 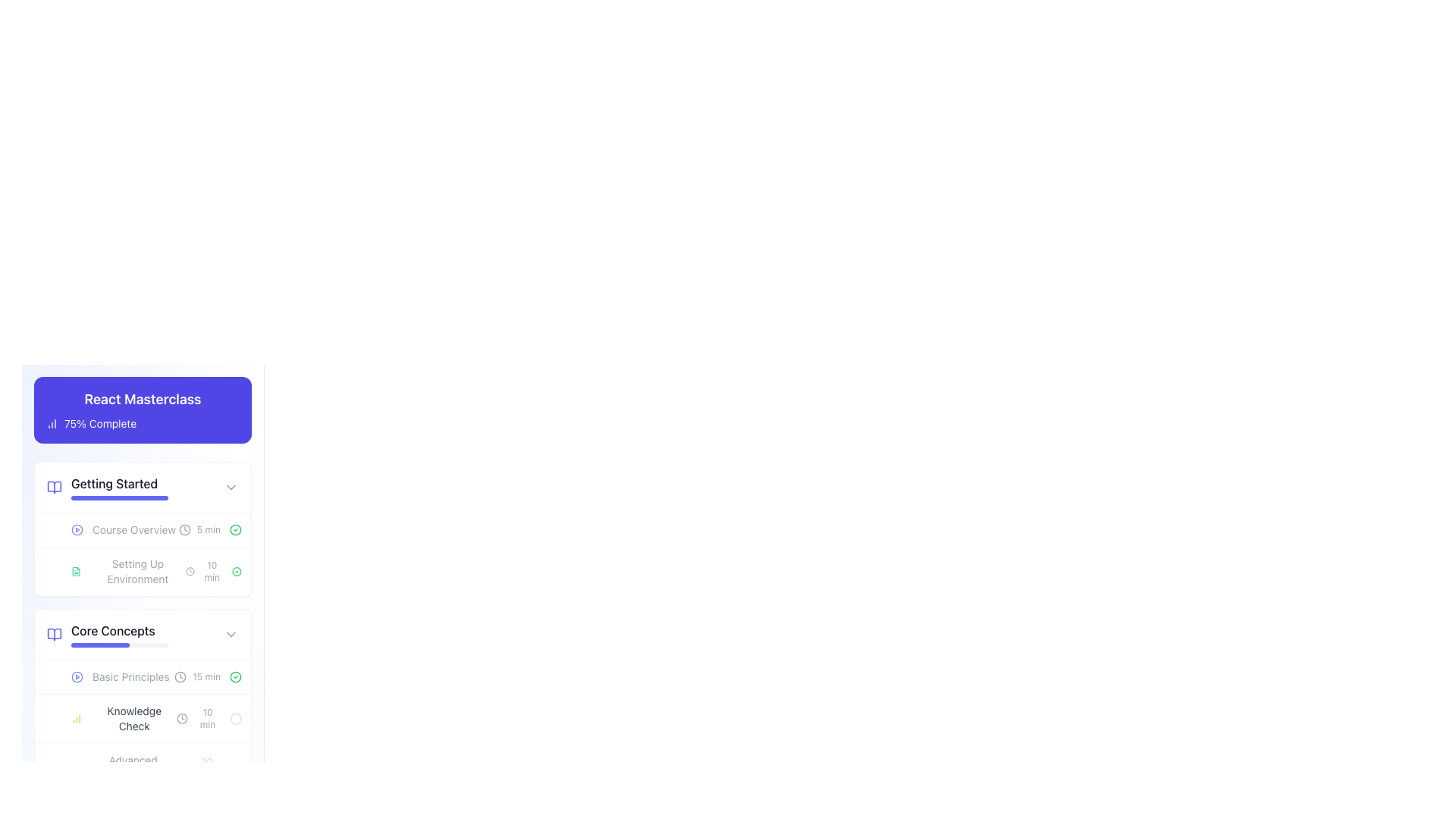 What do you see at coordinates (206, 676) in the screenshot?
I see `text label displaying '15 min' which indicates the time duration required for the activity, located beside a clock icon in the 'Core Concepts' section` at bounding box center [206, 676].